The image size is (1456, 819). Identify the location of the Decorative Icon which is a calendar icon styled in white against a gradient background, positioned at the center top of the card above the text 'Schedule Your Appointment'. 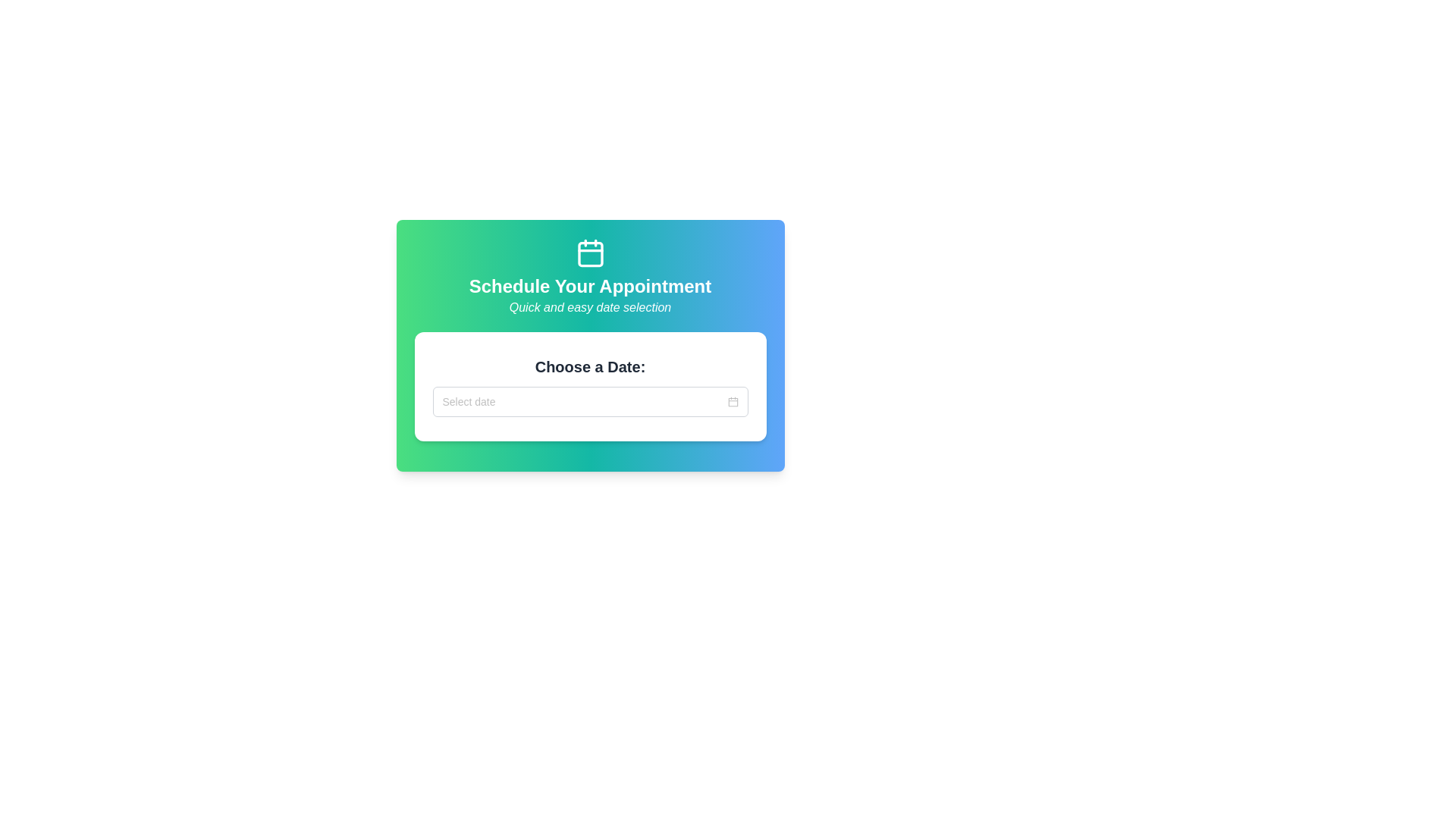
(589, 253).